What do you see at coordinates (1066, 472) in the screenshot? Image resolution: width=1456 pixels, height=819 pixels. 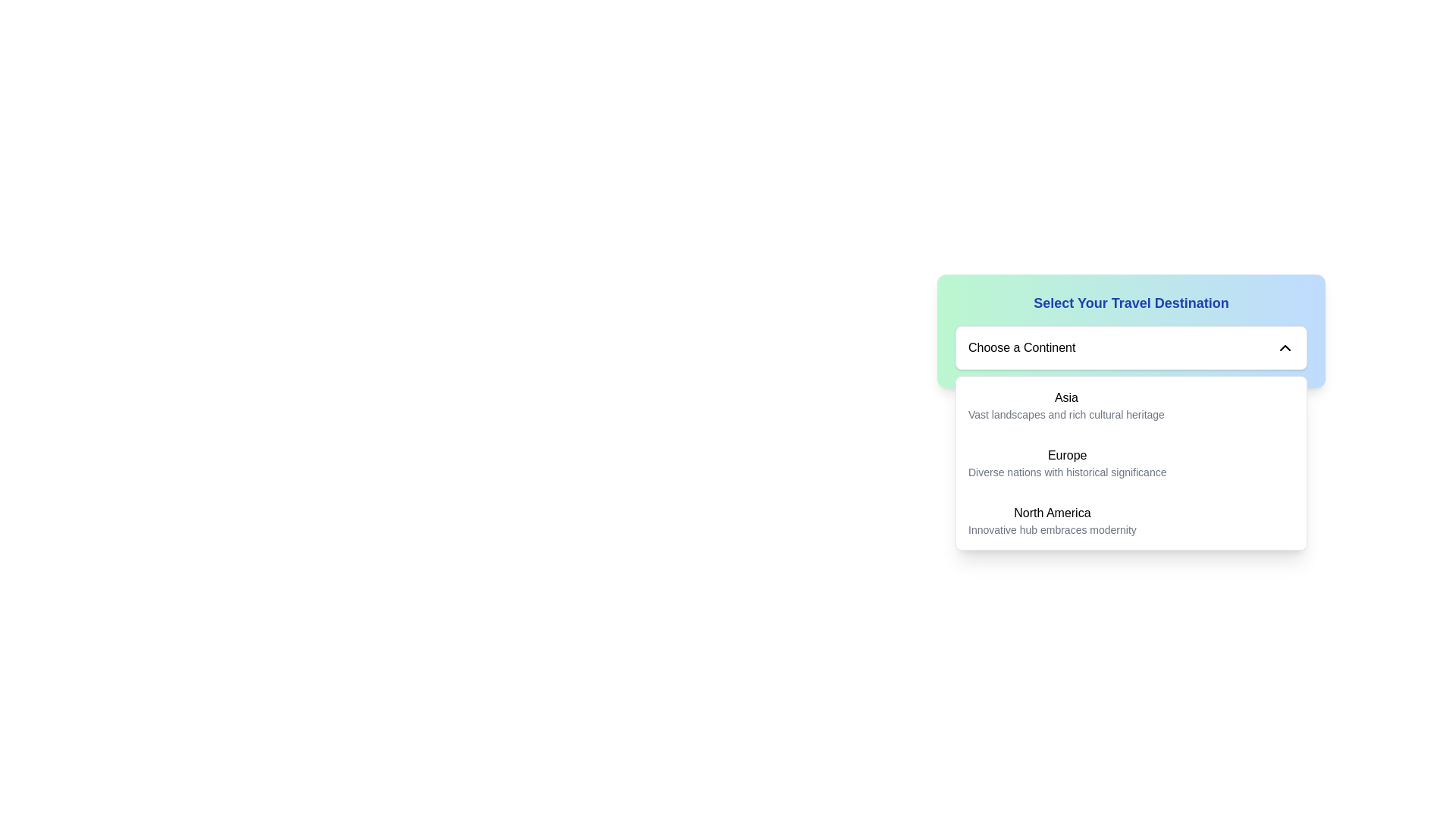 I see `the text label reading 'Diverse nations with historical significance', which is positioned directly below the 'Europe' label in the dropdown list interface` at bounding box center [1066, 472].